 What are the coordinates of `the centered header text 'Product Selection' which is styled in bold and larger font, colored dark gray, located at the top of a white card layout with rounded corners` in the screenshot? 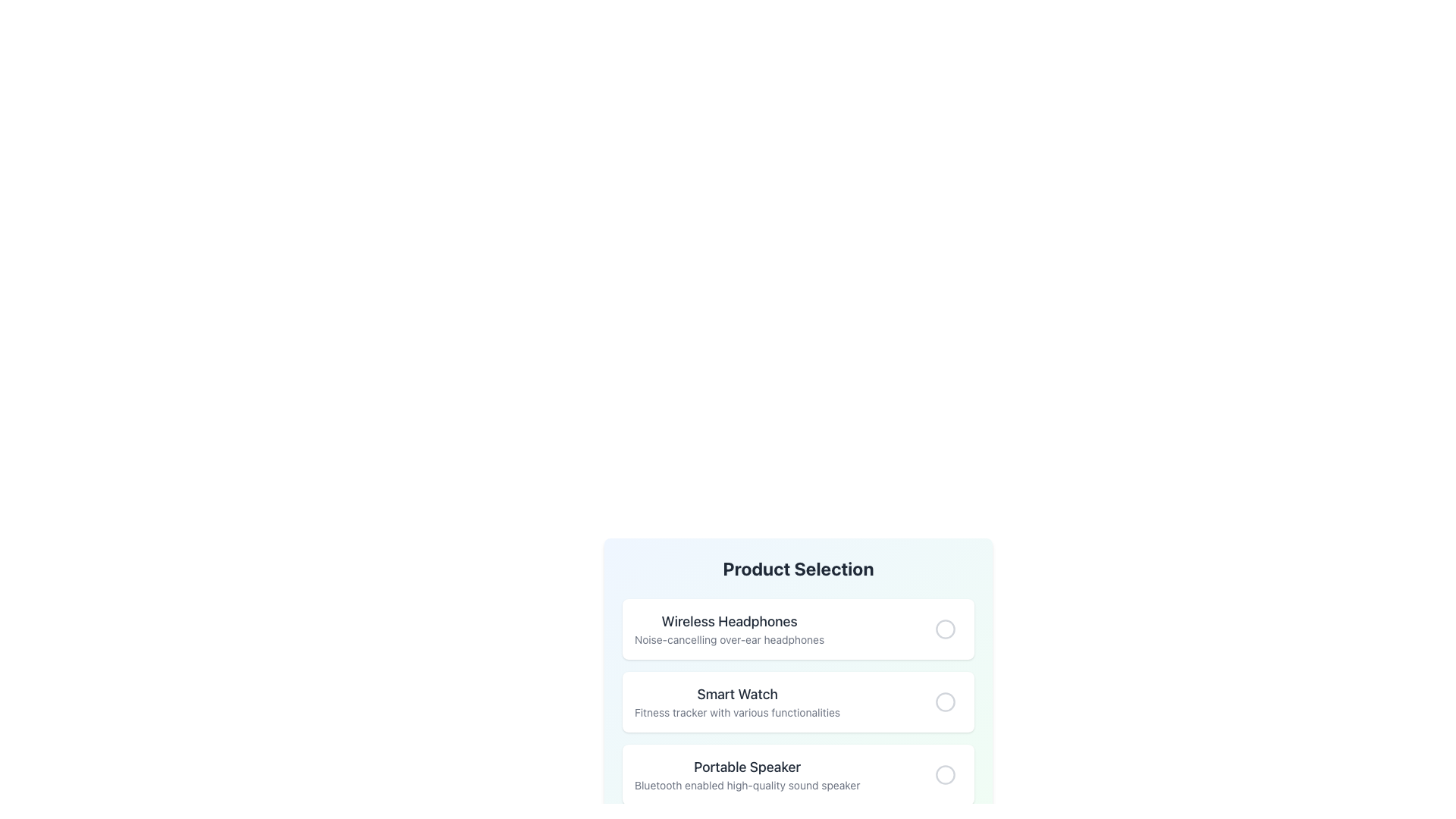 It's located at (797, 568).